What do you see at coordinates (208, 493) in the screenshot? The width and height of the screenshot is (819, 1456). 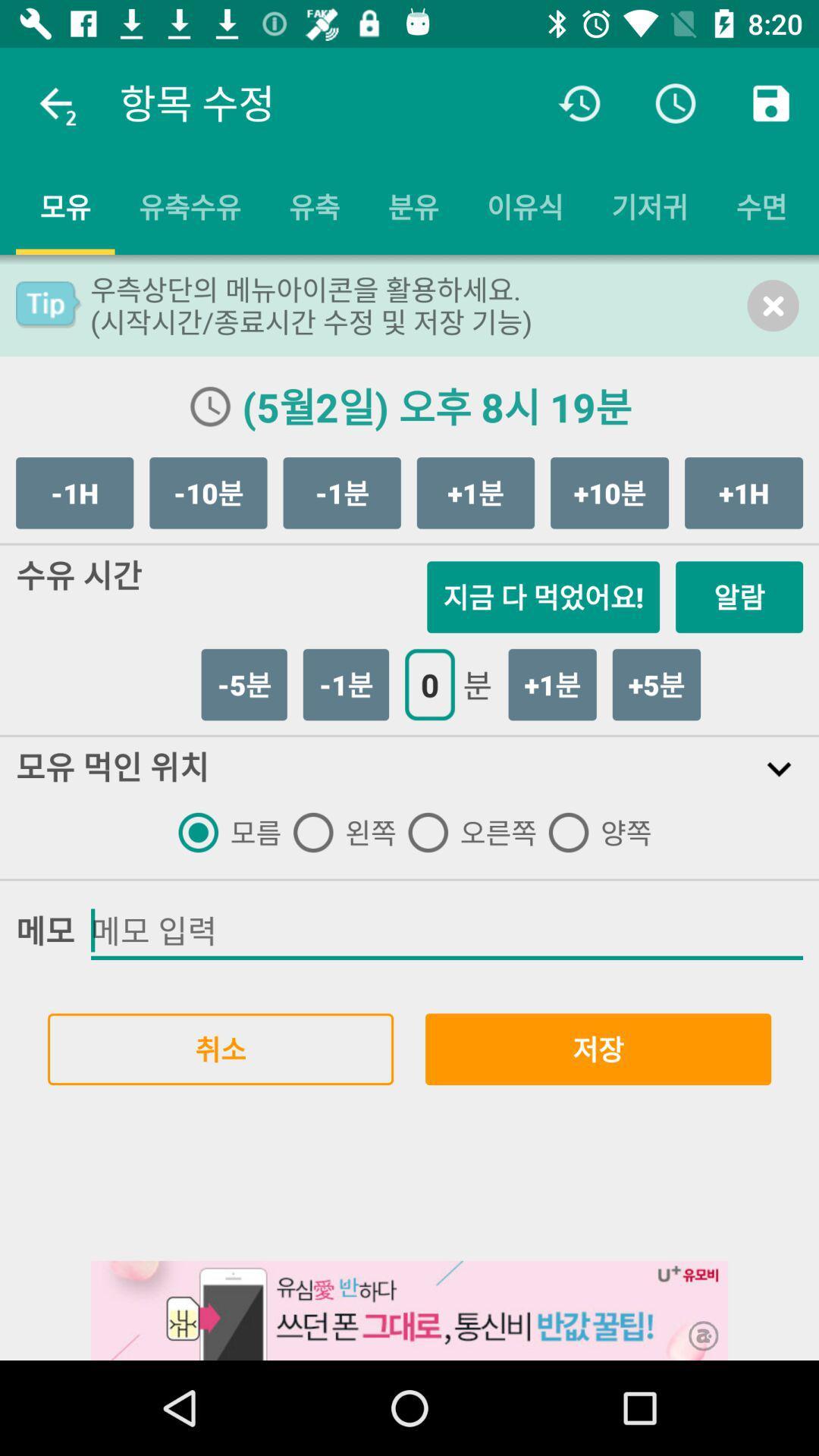 I see `item to the right of the -1h icon` at bounding box center [208, 493].